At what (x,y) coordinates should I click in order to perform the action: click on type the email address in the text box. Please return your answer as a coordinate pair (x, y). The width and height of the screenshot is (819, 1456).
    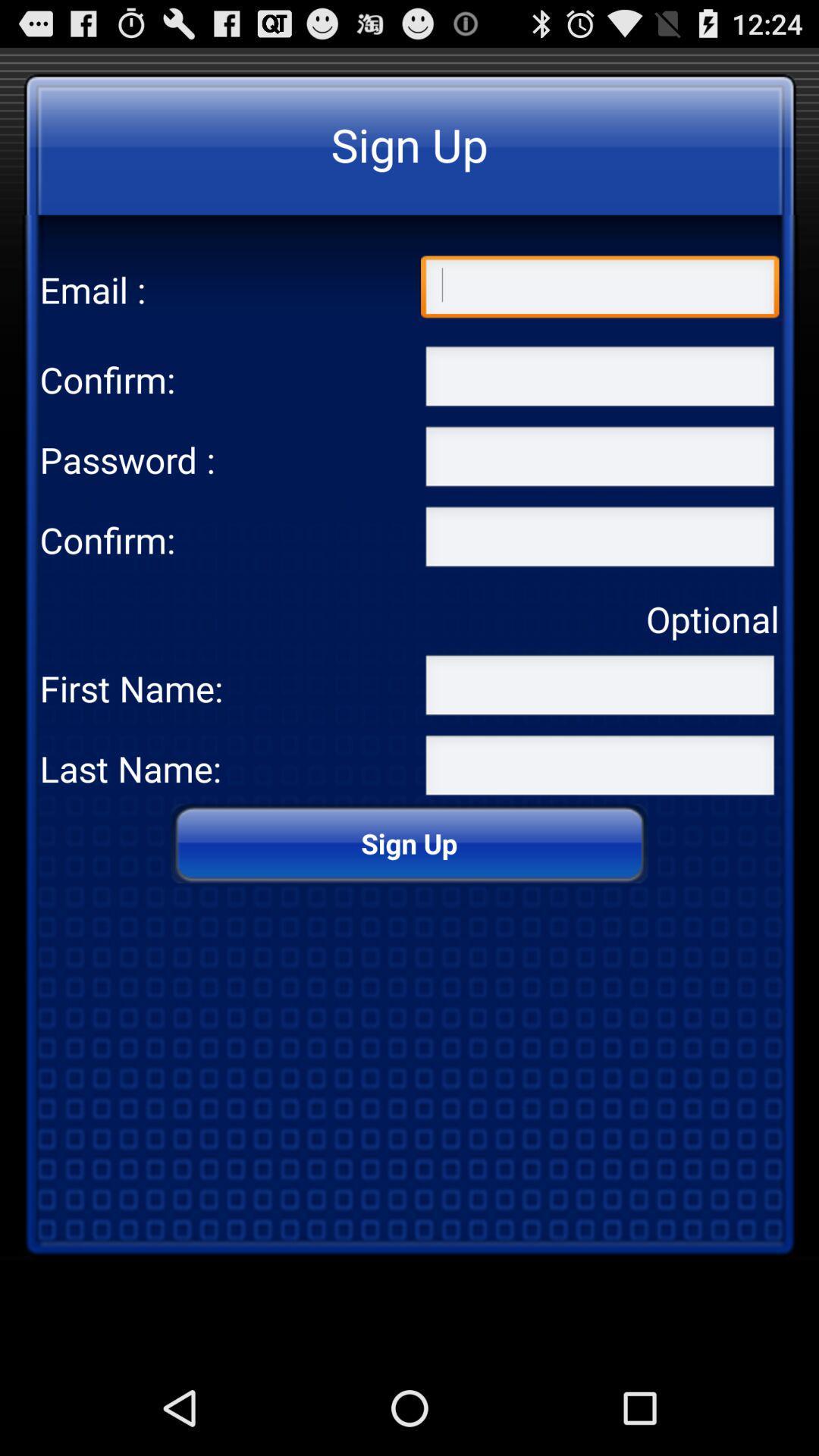
    Looking at the image, I should click on (599, 290).